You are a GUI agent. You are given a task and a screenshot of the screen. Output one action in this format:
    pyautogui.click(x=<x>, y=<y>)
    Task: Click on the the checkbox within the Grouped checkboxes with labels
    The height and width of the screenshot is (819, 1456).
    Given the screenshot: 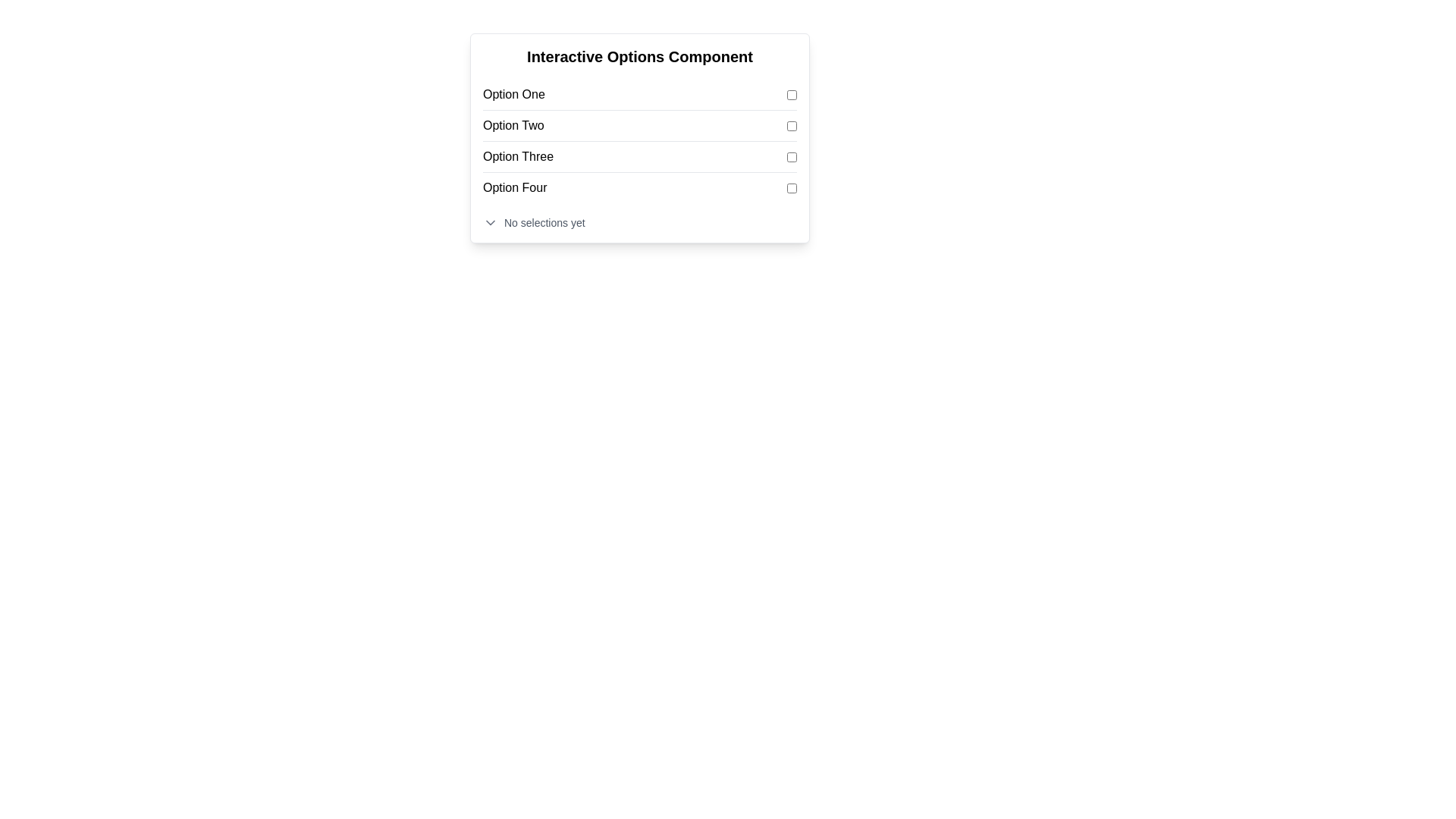 What is the action you would take?
    pyautogui.click(x=640, y=141)
    